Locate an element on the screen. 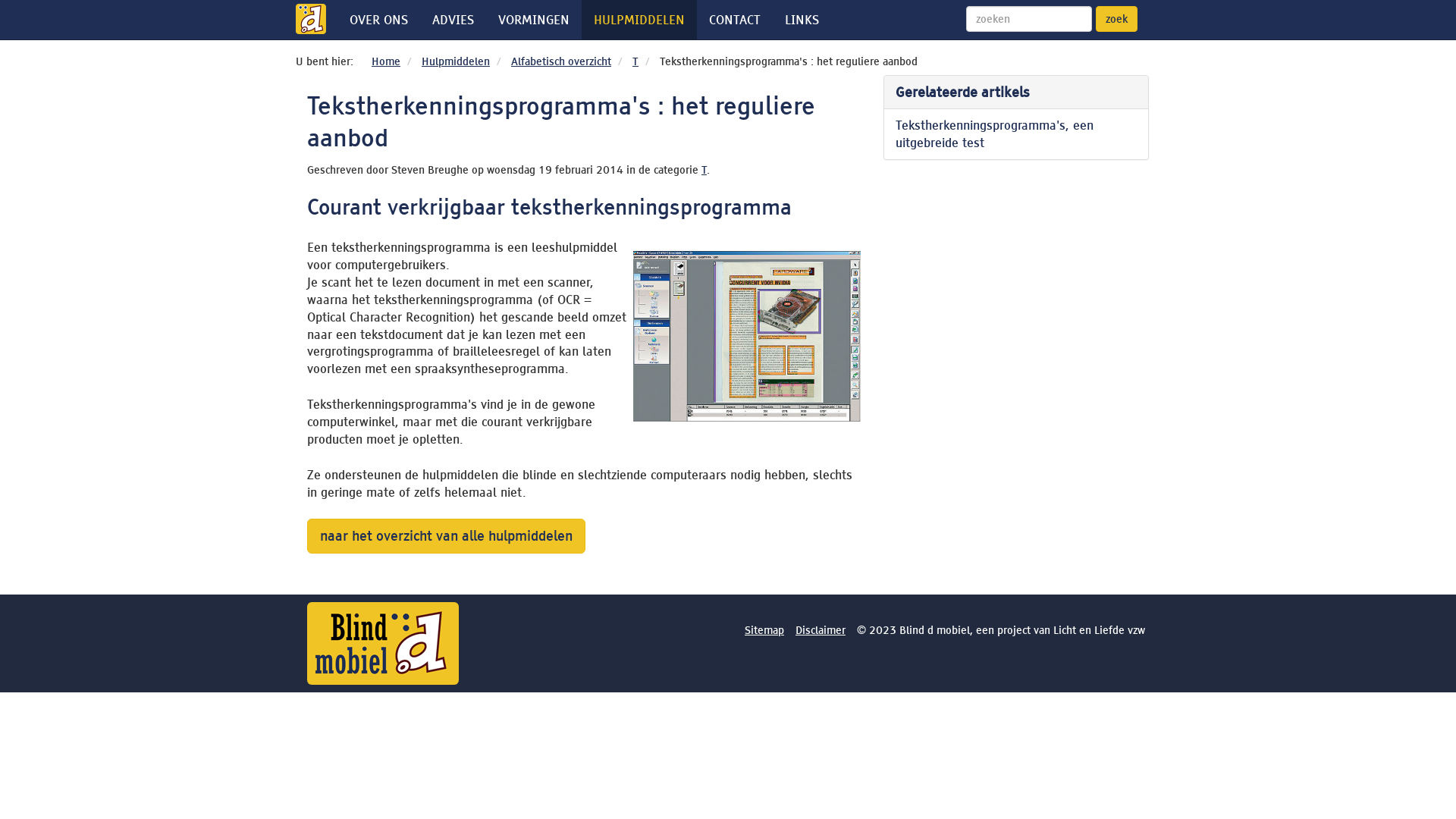 This screenshot has height=819, width=1456. 'ADVIES' is located at coordinates (452, 20).